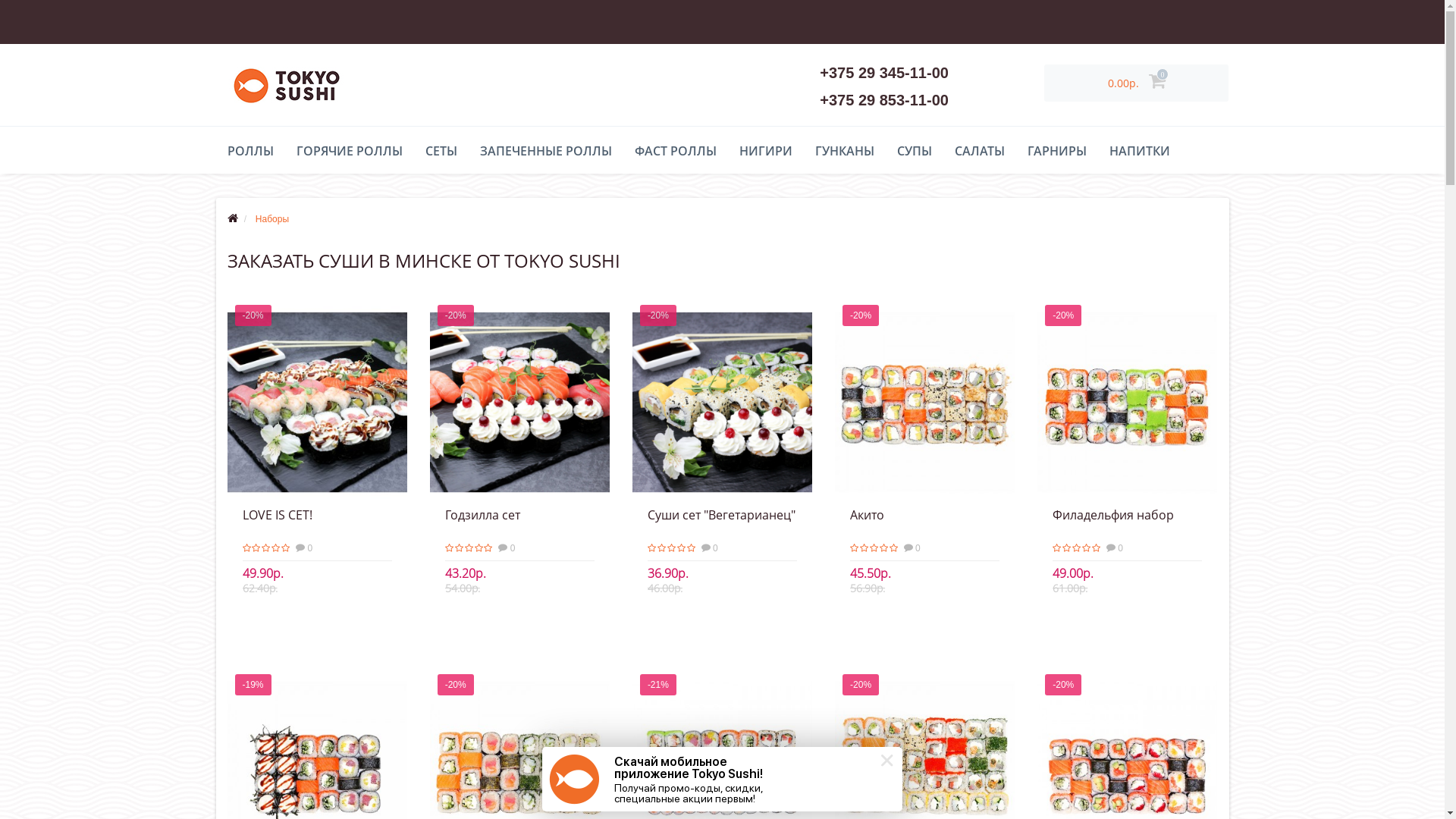  What do you see at coordinates (884, 73) in the screenshot?
I see `'+375 29 345-11-00'` at bounding box center [884, 73].